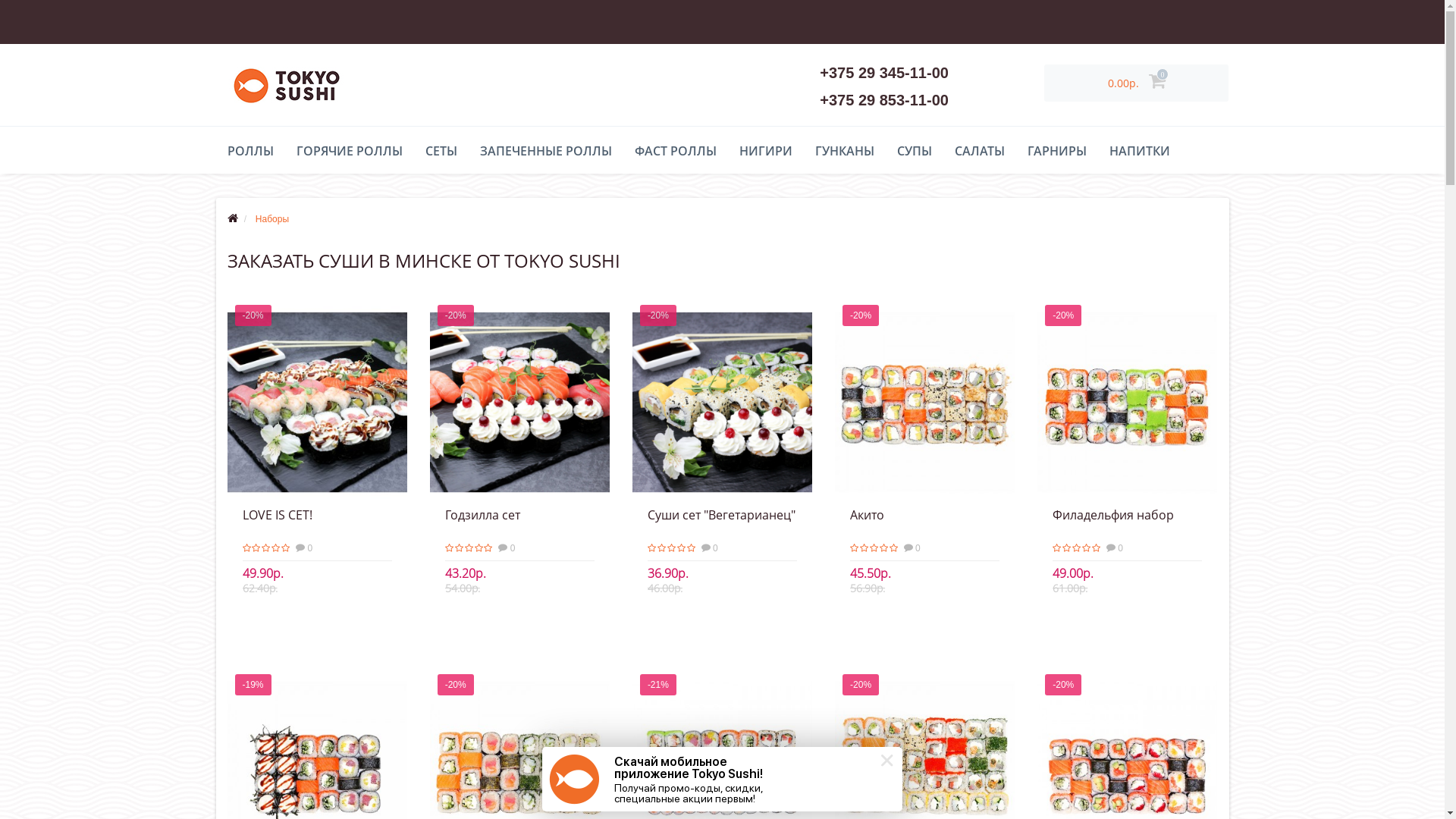  What do you see at coordinates (884, 73) in the screenshot?
I see `'+375 29 345-11-00'` at bounding box center [884, 73].